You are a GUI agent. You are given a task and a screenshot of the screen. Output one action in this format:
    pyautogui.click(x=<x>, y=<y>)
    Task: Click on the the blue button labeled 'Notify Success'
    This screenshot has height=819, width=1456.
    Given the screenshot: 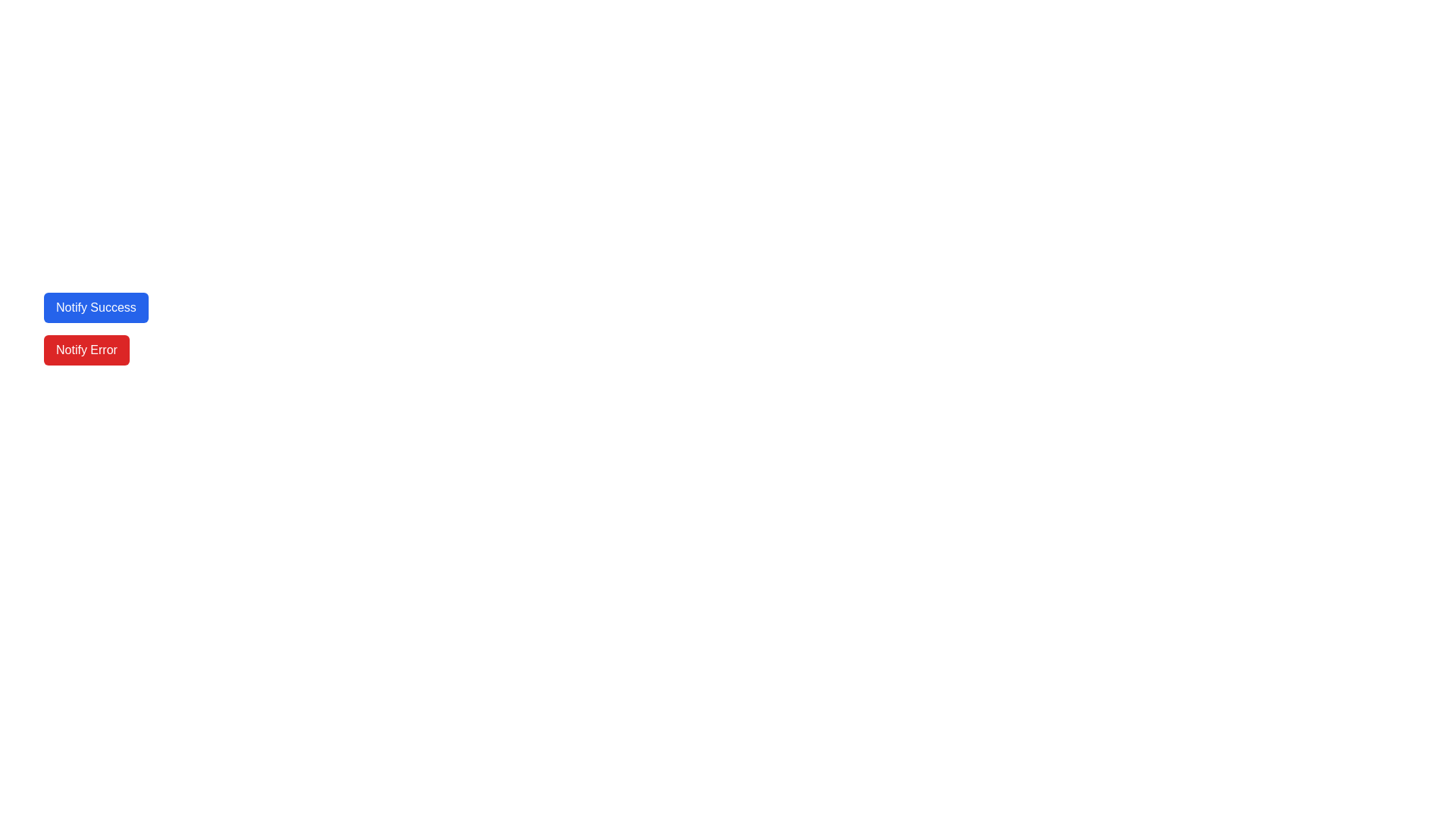 What is the action you would take?
    pyautogui.click(x=95, y=307)
    